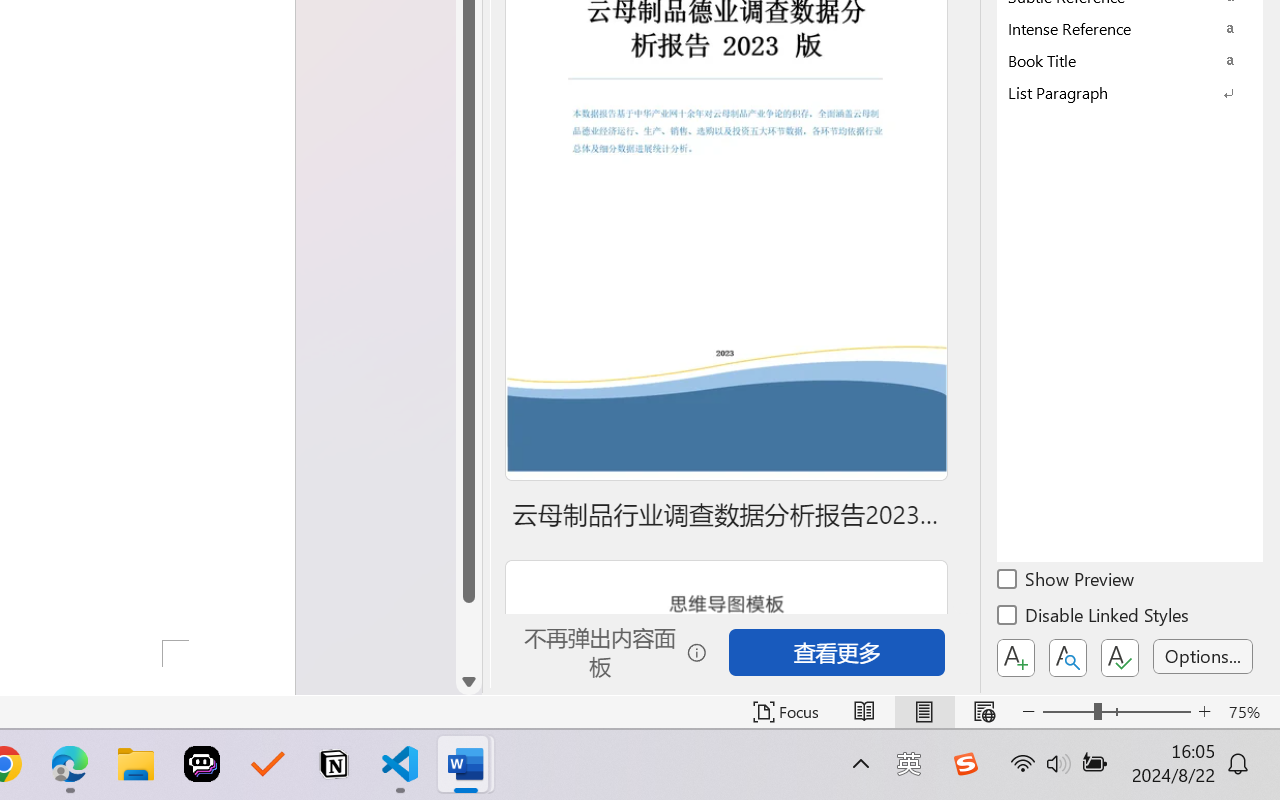  Describe the element at coordinates (1204, 711) in the screenshot. I see `'Zoom In'` at that location.